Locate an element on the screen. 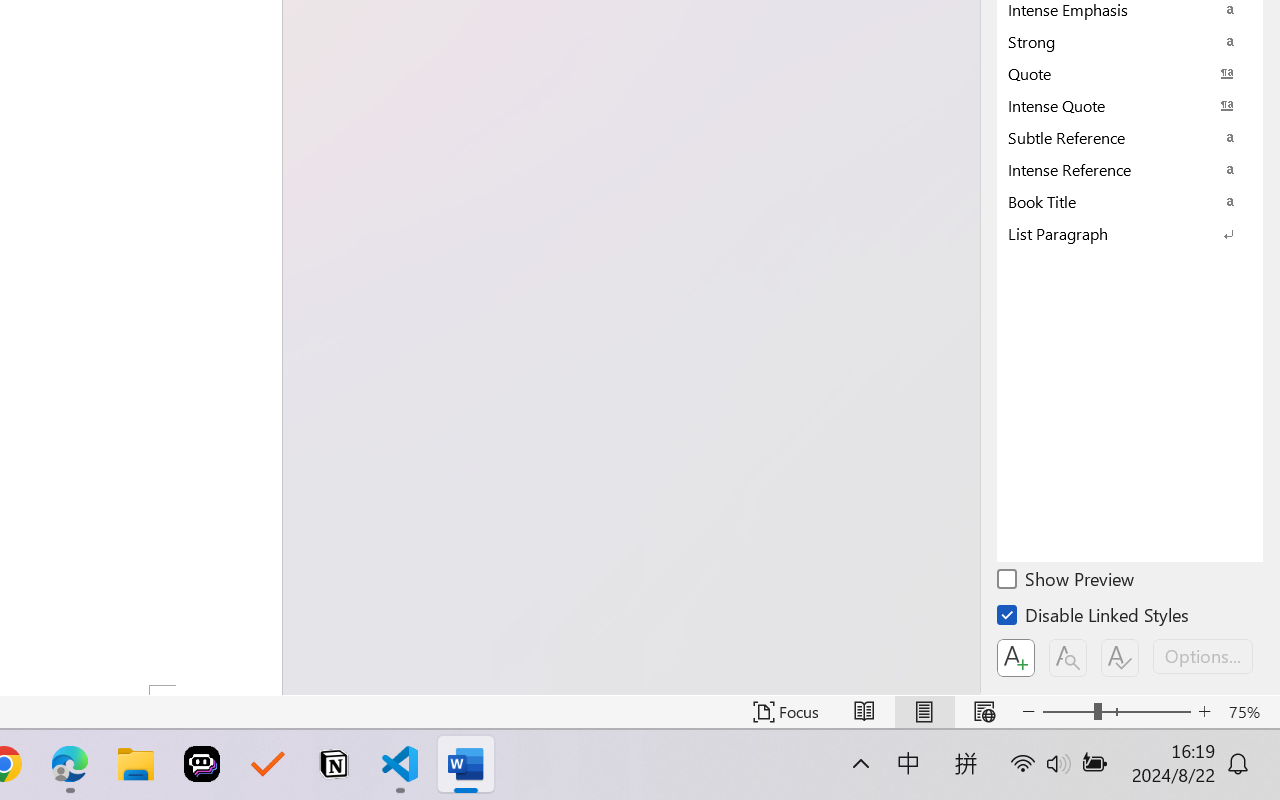  'Subtle Reference' is located at coordinates (1130, 137).